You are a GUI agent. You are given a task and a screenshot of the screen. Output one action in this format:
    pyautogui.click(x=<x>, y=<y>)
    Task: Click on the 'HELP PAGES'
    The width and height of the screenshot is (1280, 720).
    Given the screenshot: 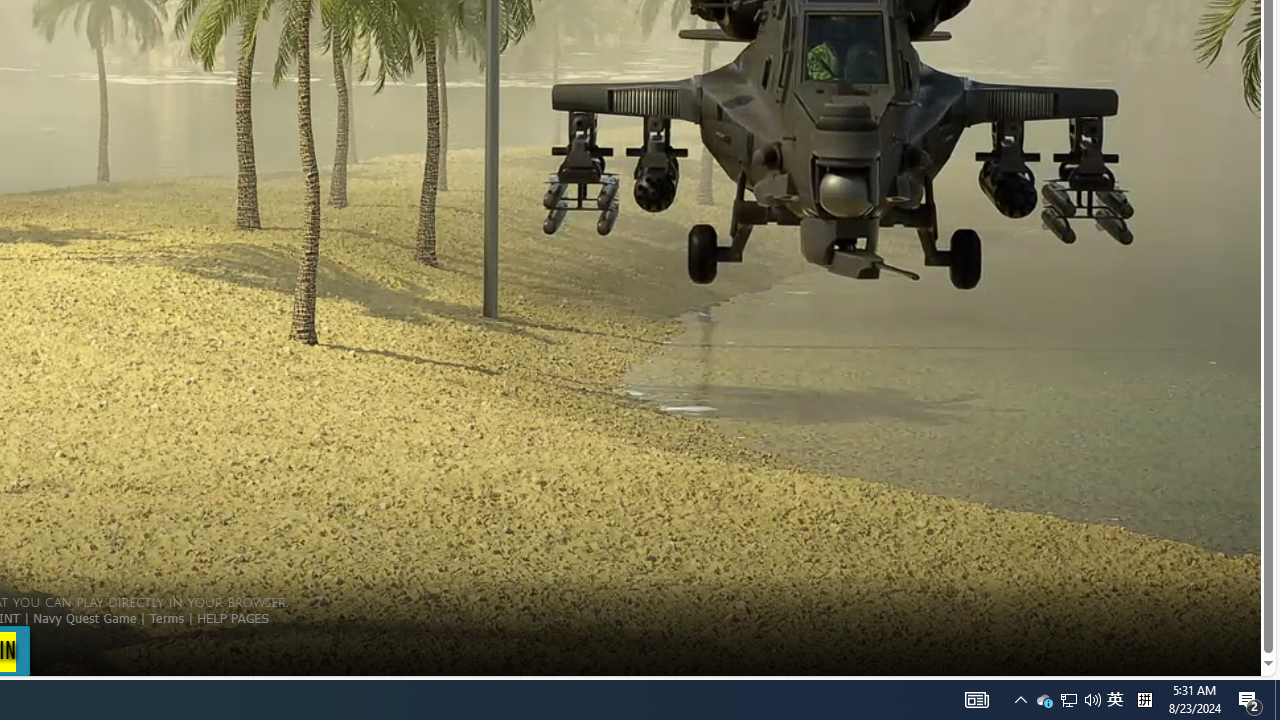 What is the action you would take?
    pyautogui.click(x=232, y=616)
    